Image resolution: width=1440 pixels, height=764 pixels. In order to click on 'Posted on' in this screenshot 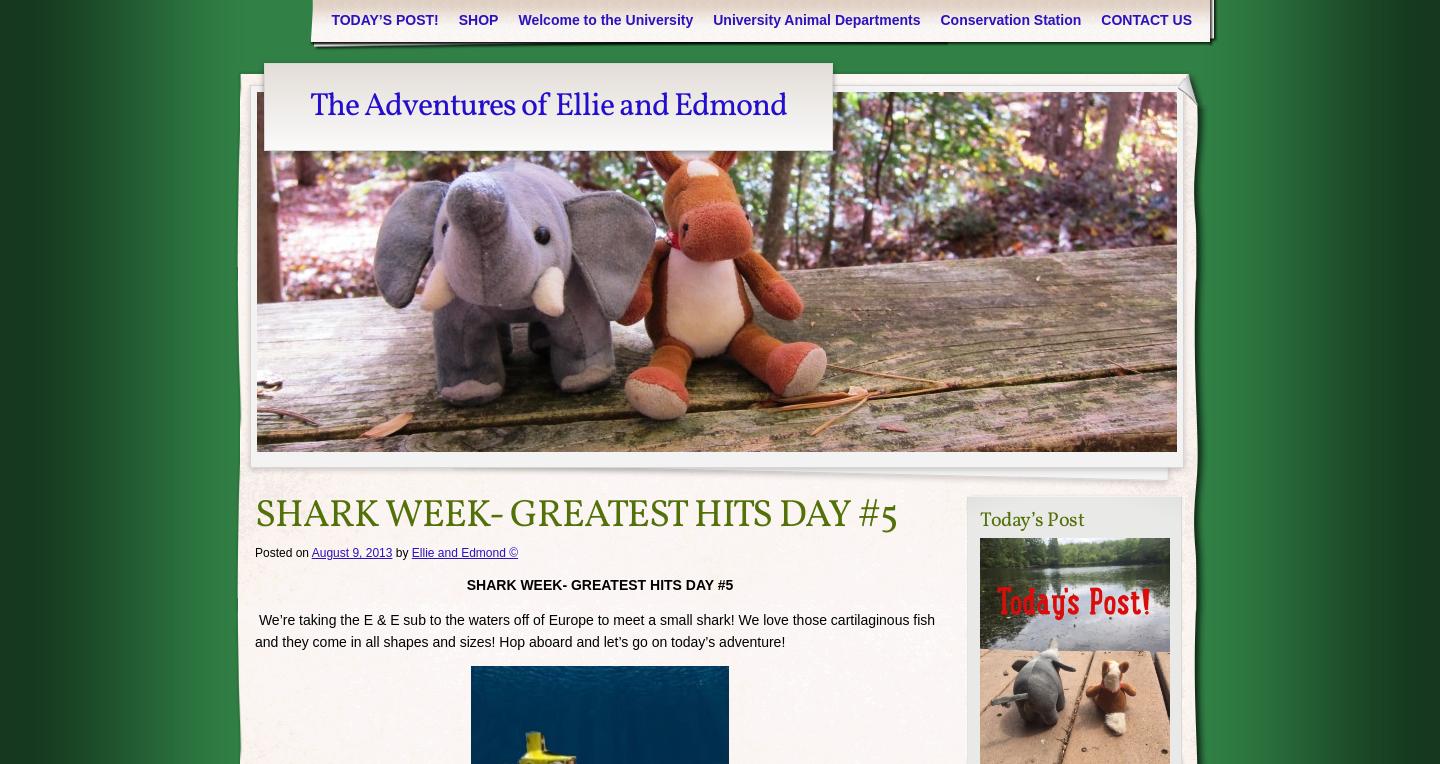, I will do `click(254, 552)`.